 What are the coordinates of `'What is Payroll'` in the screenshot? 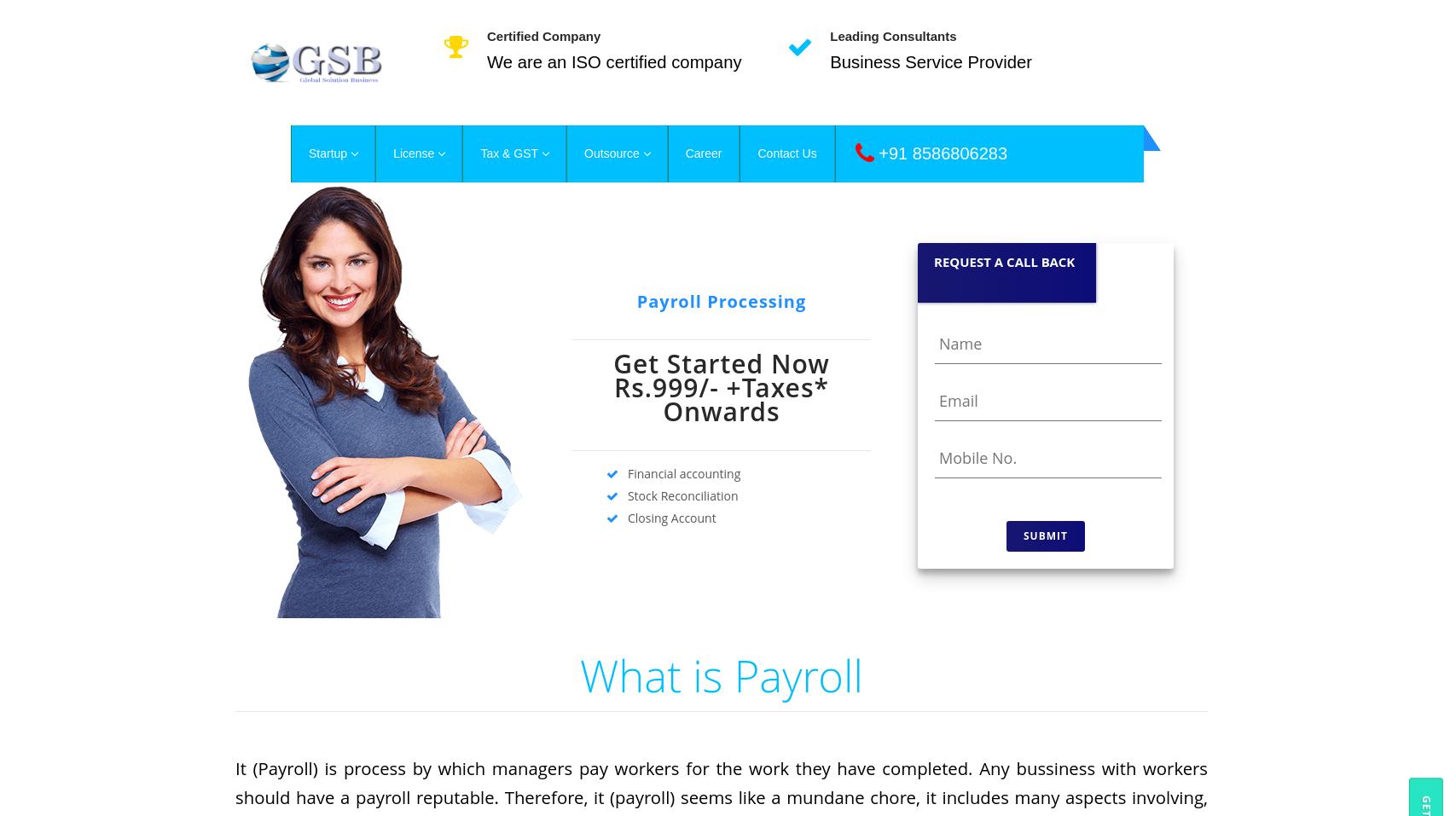 It's located at (721, 674).